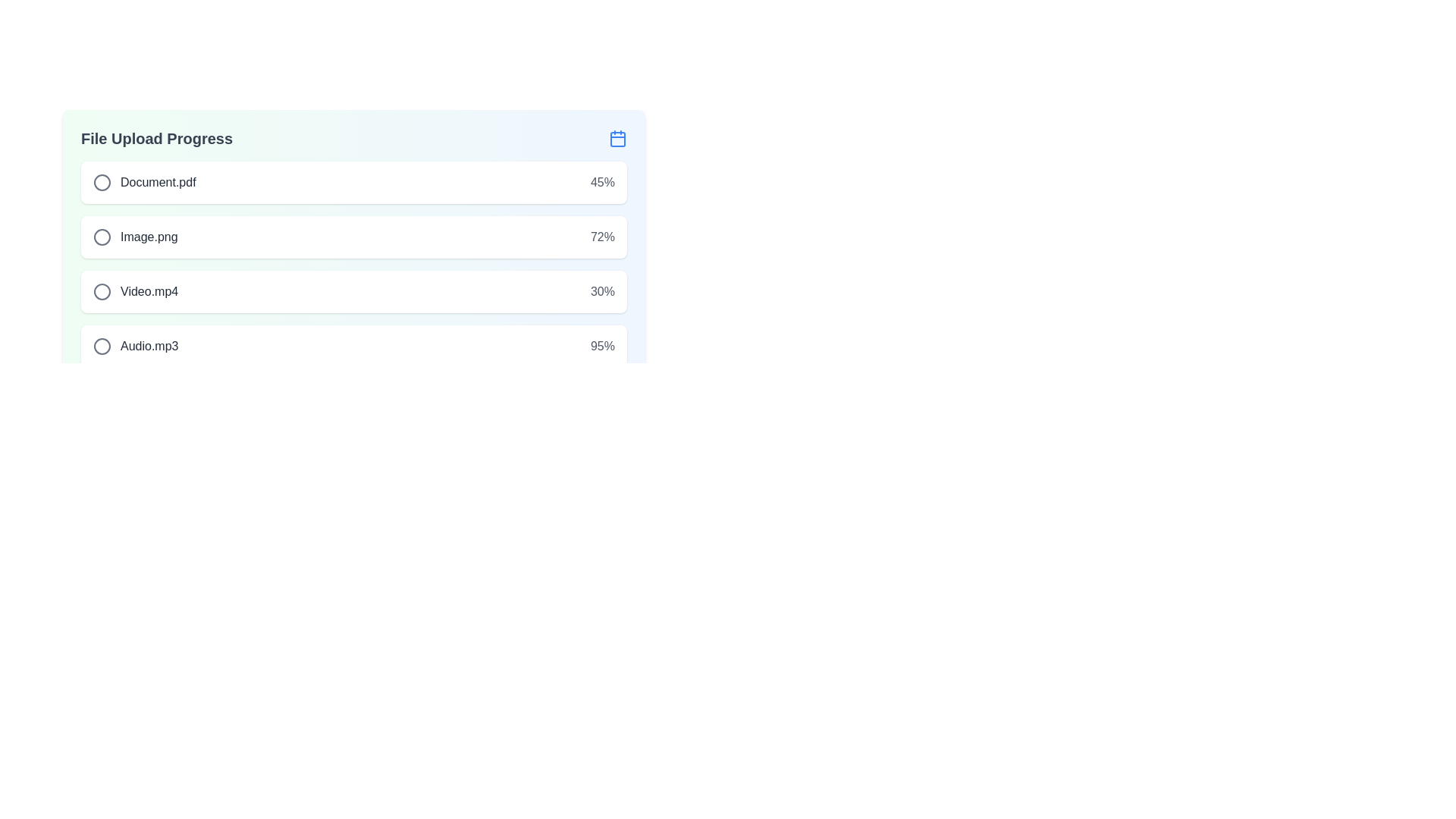  I want to click on the second file upload entry in the 'File Upload Progress' list, which displays the file name and upload progress percentage, so click(353, 237).